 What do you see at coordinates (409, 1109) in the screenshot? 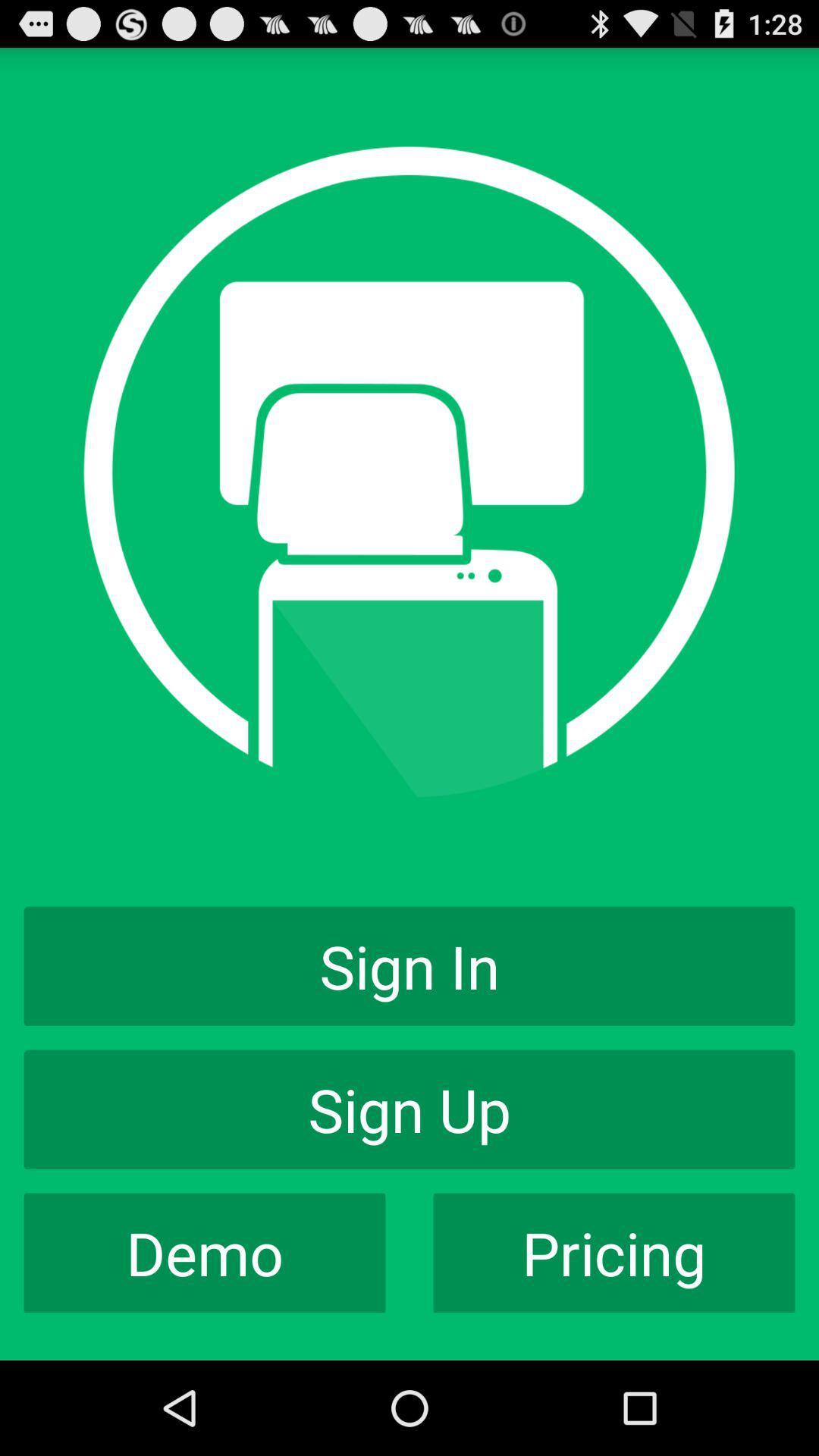
I see `sign up icon` at bounding box center [409, 1109].